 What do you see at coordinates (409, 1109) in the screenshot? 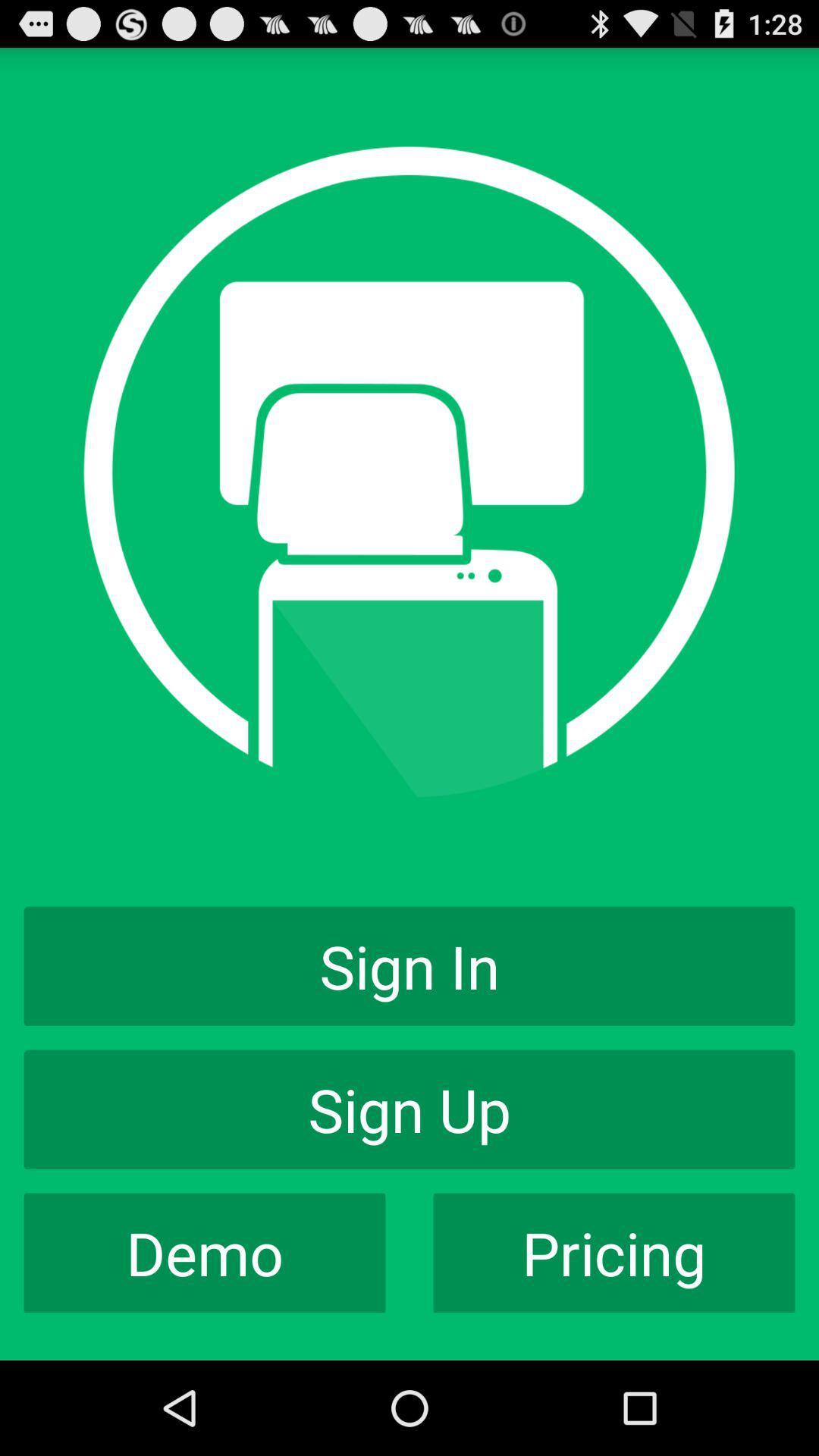
I see `sign up icon` at bounding box center [409, 1109].